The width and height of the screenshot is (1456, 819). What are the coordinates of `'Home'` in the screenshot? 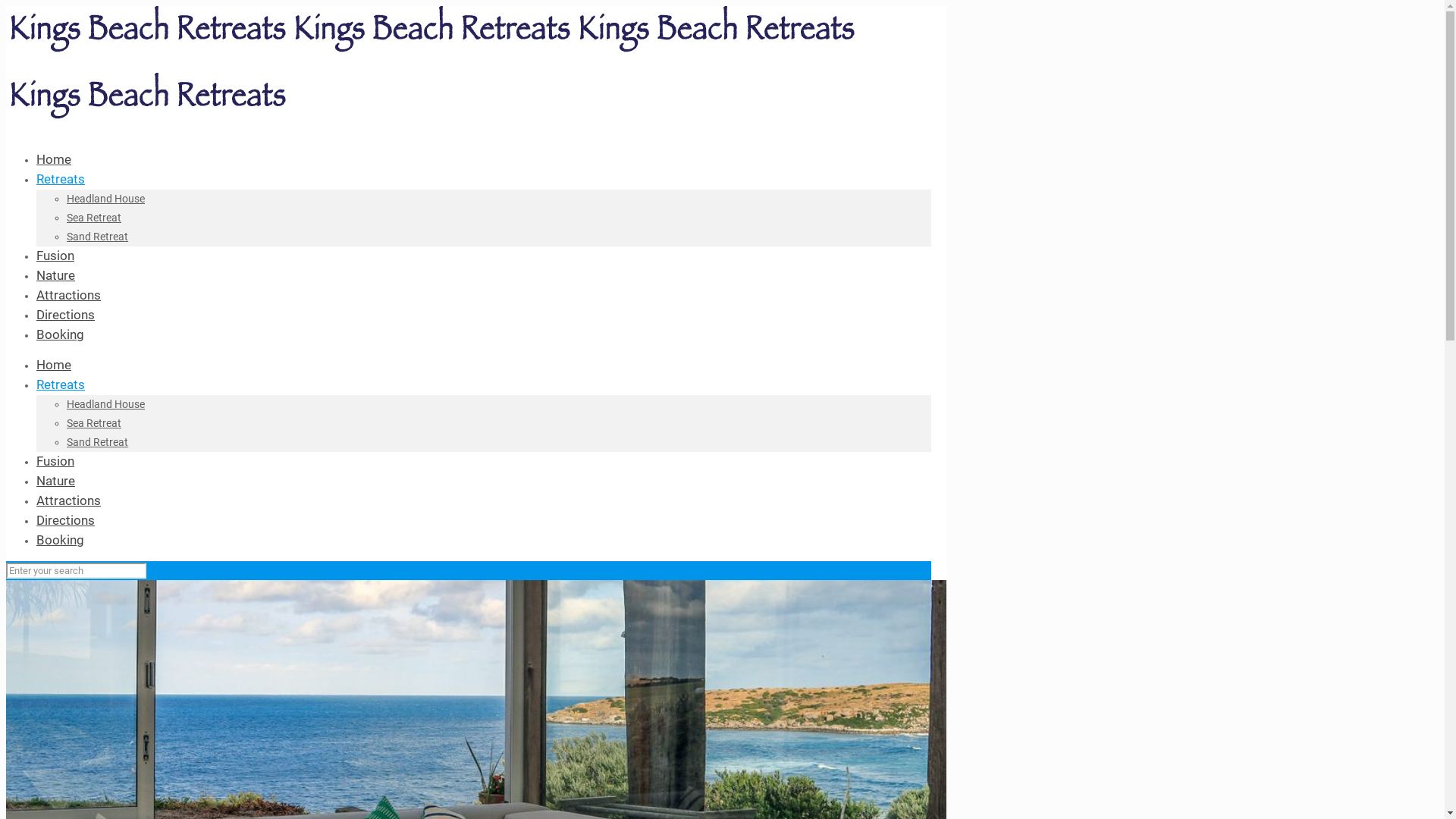 It's located at (54, 365).